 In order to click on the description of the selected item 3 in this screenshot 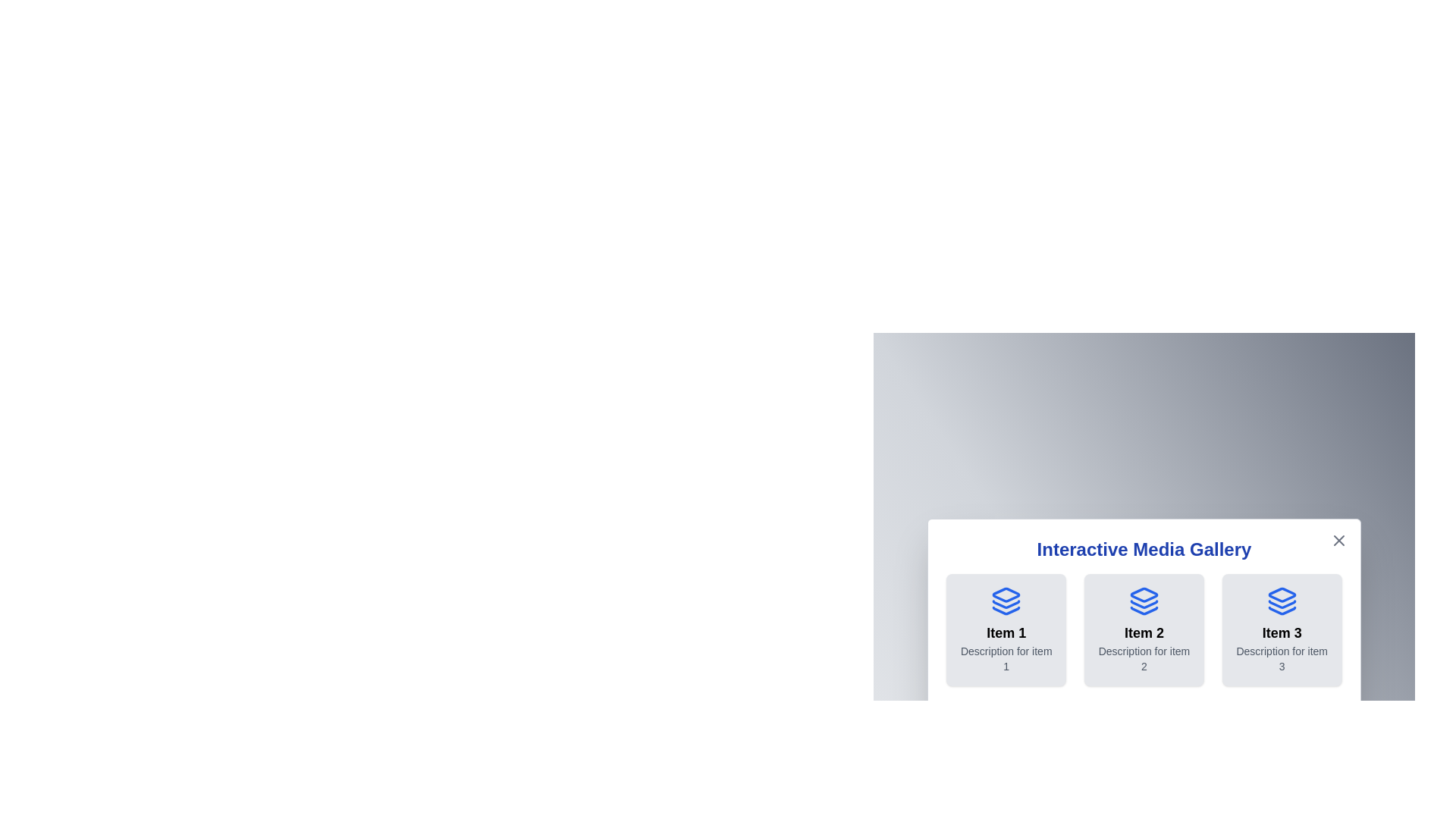, I will do `click(1281, 657)`.